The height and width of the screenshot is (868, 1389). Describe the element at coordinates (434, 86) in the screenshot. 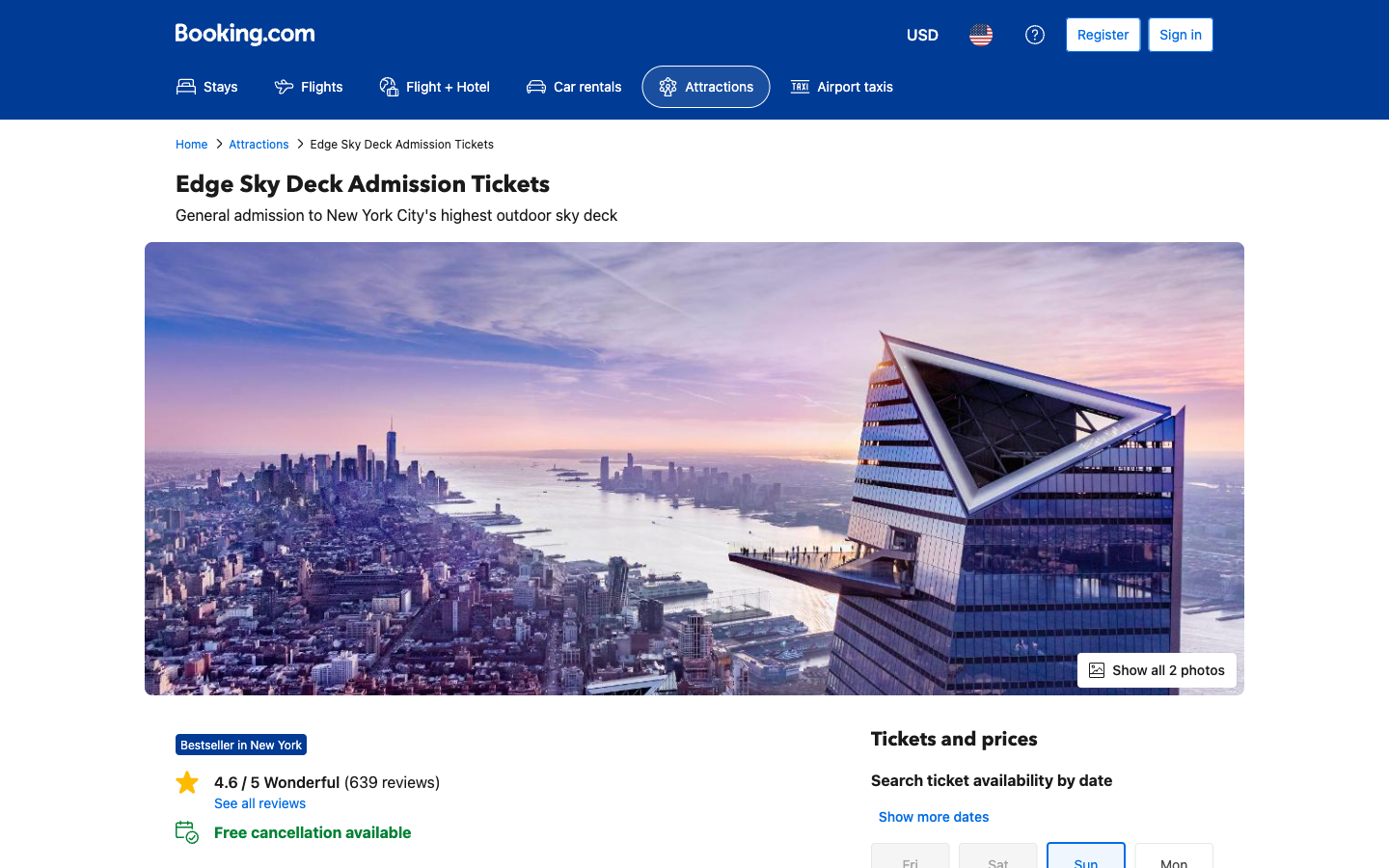

I see `Go to the combined flight and hotel booking page` at that location.